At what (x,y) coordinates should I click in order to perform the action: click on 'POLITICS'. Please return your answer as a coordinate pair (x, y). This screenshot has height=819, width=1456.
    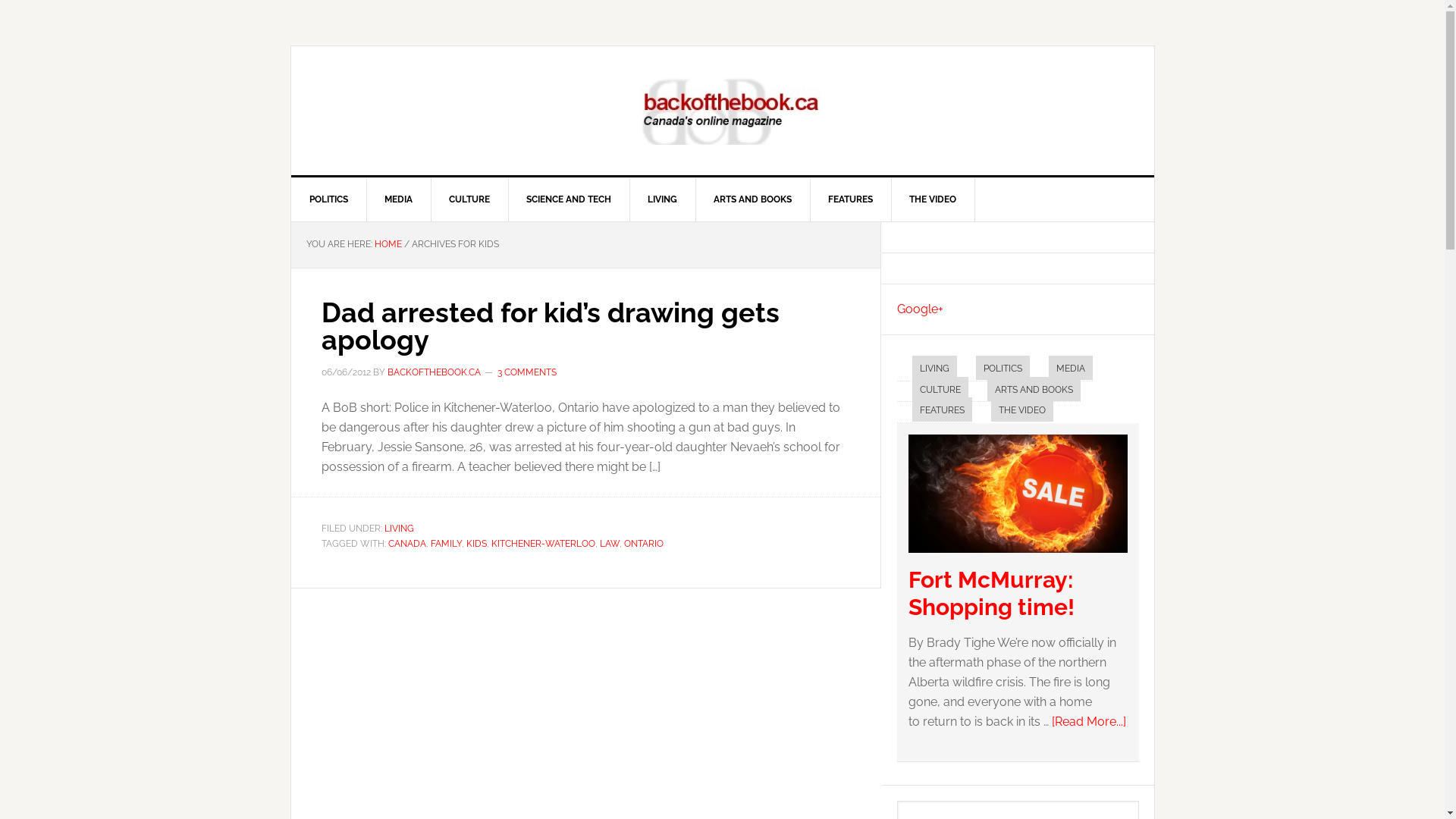
    Looking at the image, I should click on (328, 198).